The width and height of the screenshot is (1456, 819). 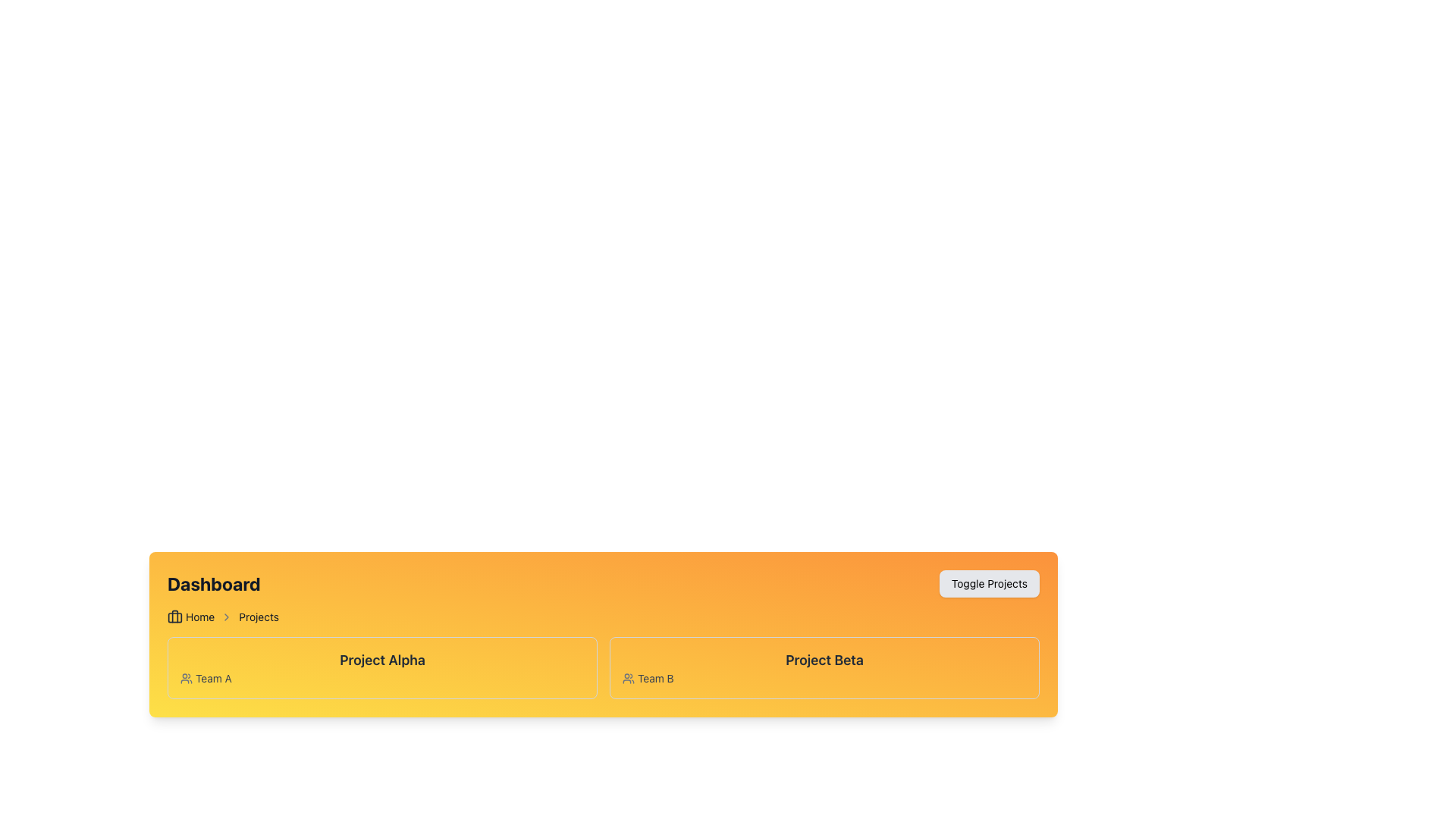 I want to click on the right-pointing gray arrow icon in the breadcrumb navigation located between 'Home' and 'Projects', so click(x=226, y=617).